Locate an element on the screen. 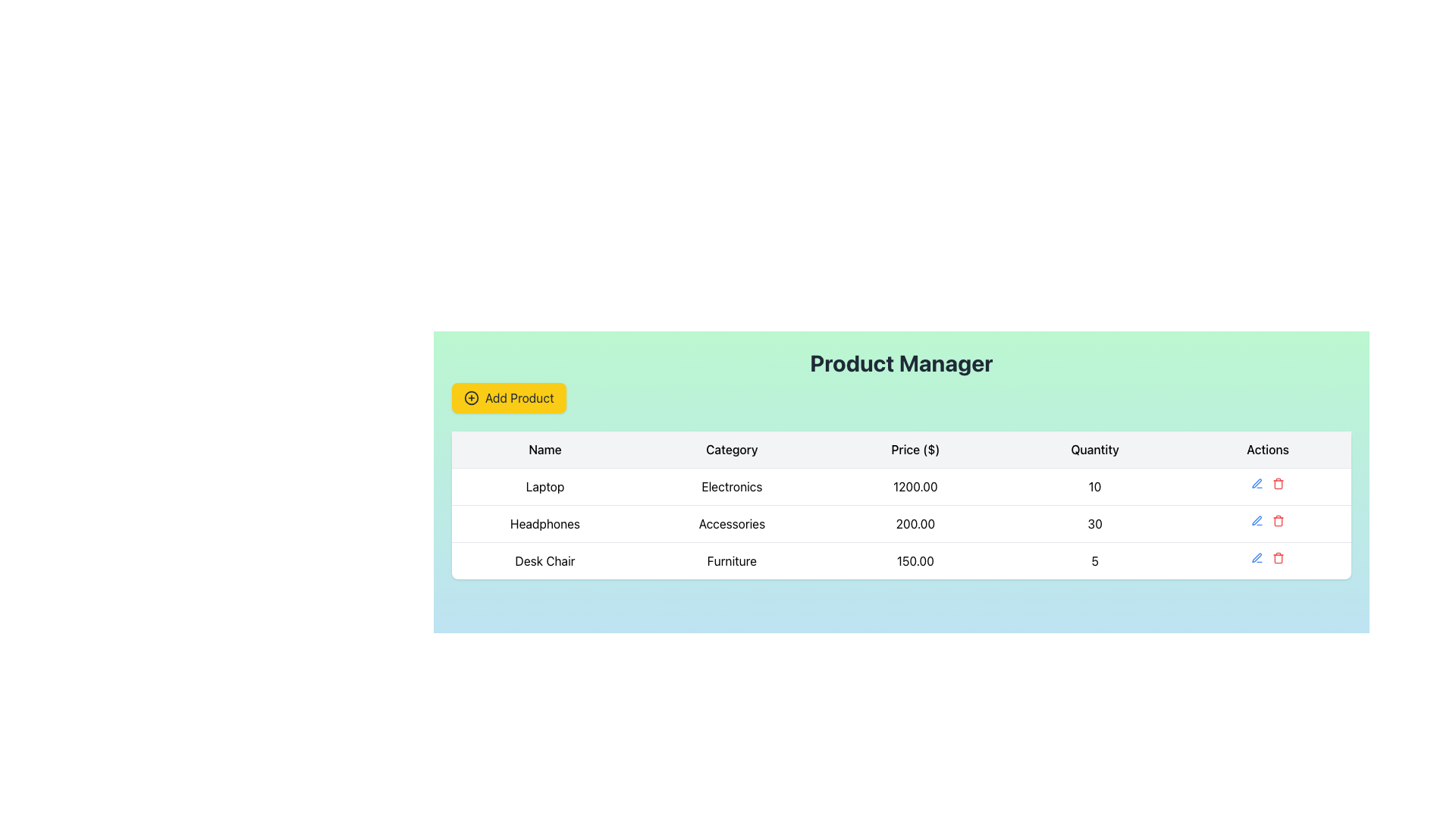 This screenshot has height=819, width=1456. the trash can icon in the third column of the table under the 'Actions' heading in the last row to initiate a delete action is located at coordinates (1278, 485).